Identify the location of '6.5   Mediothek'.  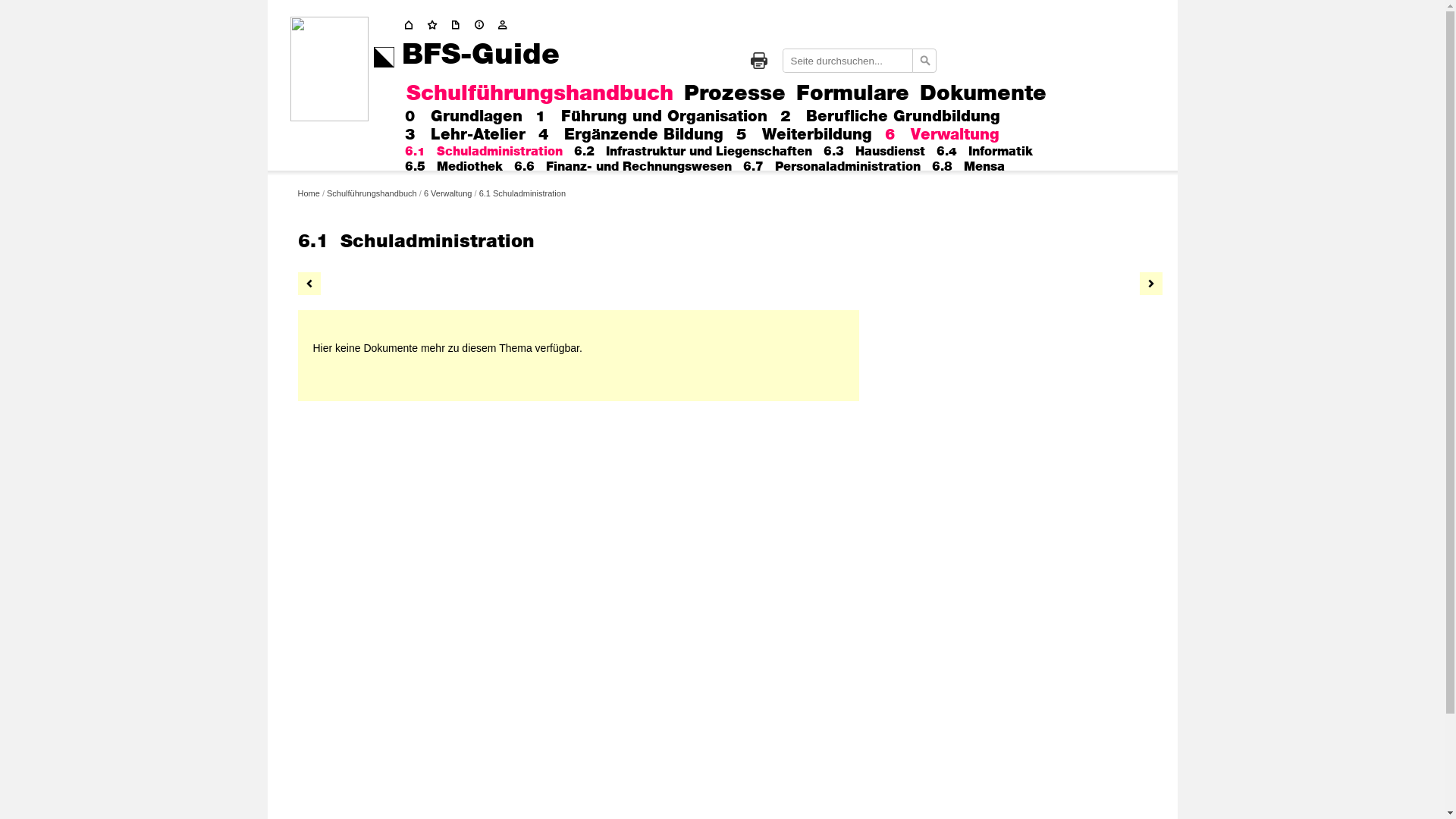
(453, 166).